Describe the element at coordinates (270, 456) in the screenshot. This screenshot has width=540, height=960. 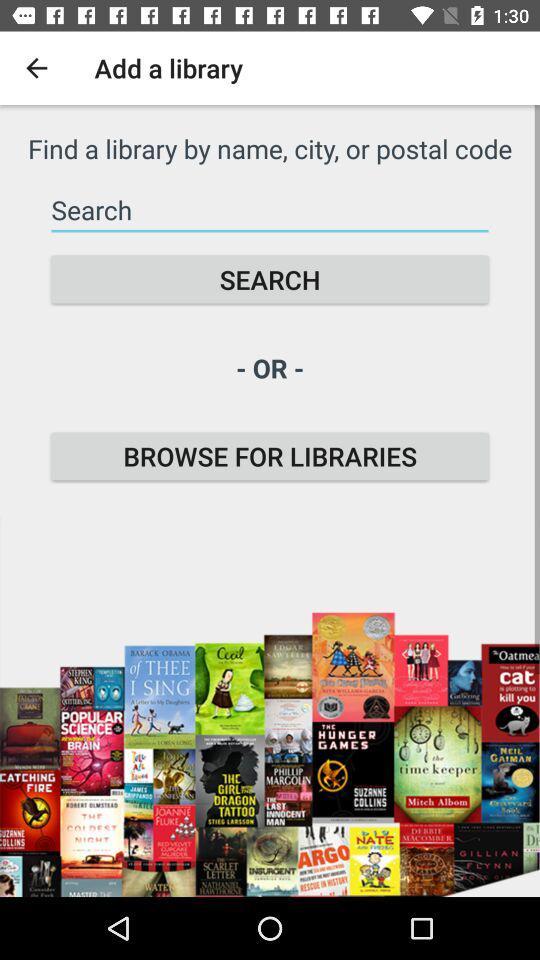
I see `the browse for libraries item` at that location.